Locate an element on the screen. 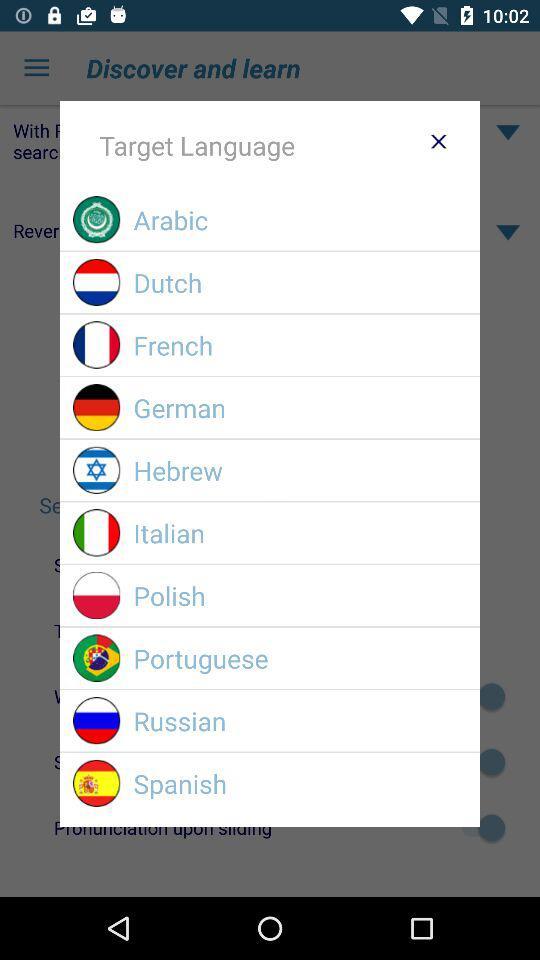 This screenshot has height=960, width=540. the item above spanish is located at coordinates (299, 720).